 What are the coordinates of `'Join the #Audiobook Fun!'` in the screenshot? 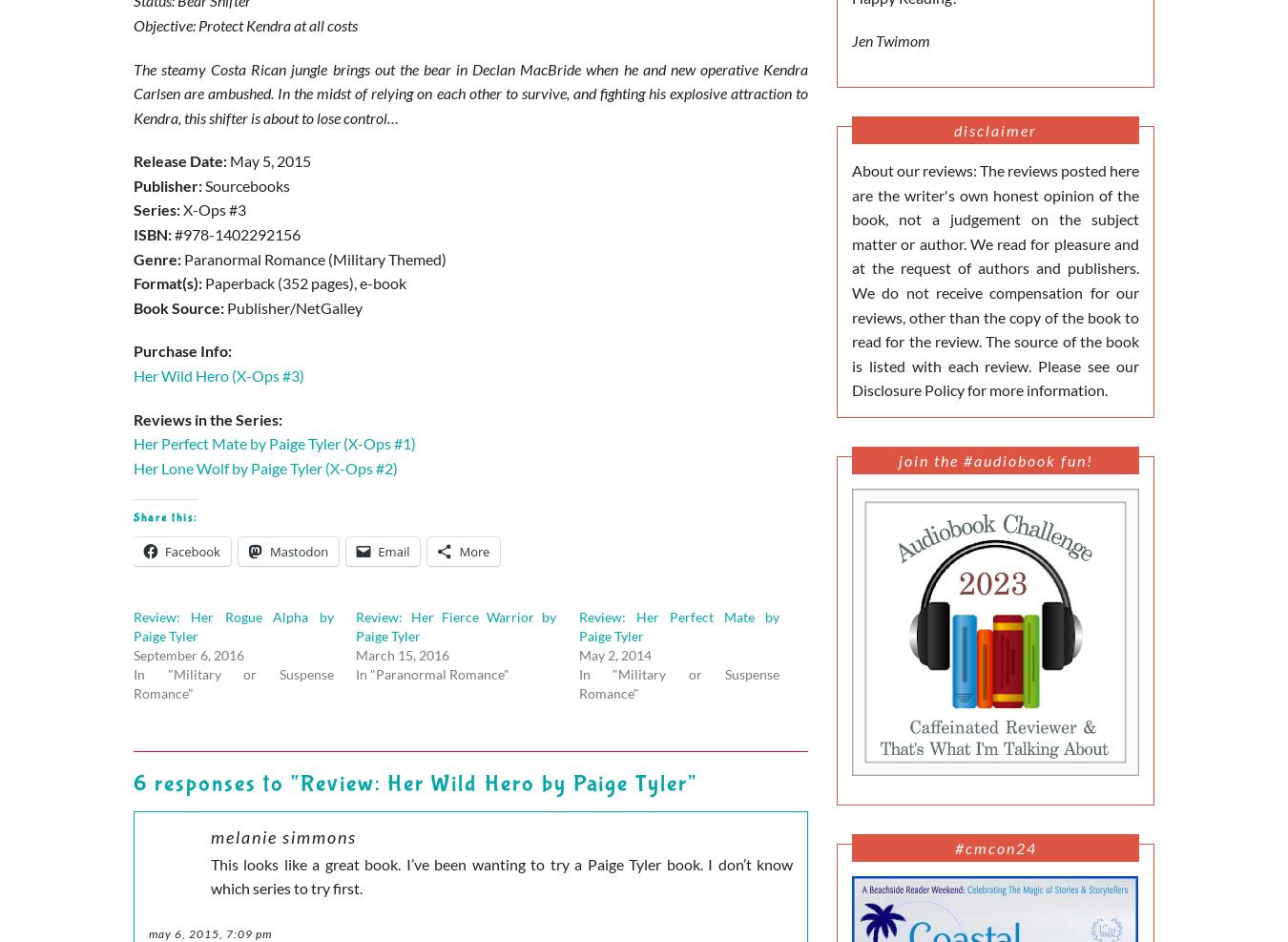 It's located at (995, 458).